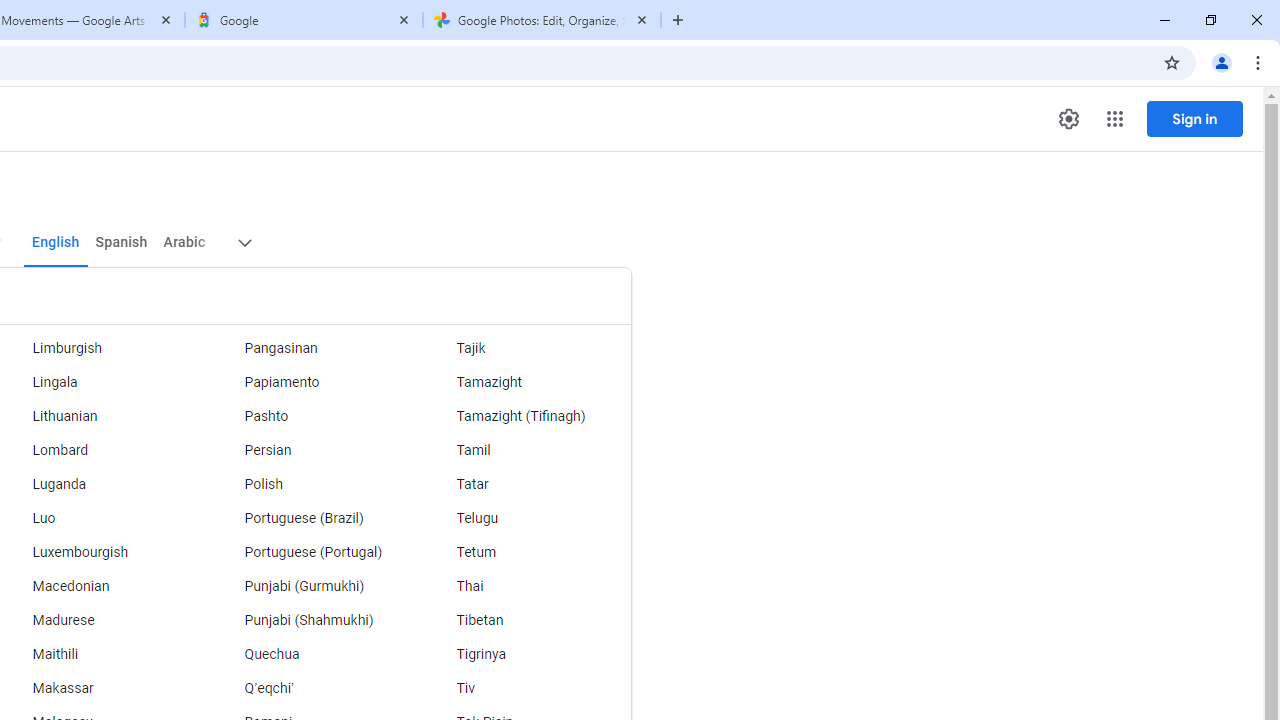 This screenshot has width=1280, height=720. What do you see at coordinates (525, 552) in the screenshot?
I see `'Tetum'` at bounding box center [525, 552].